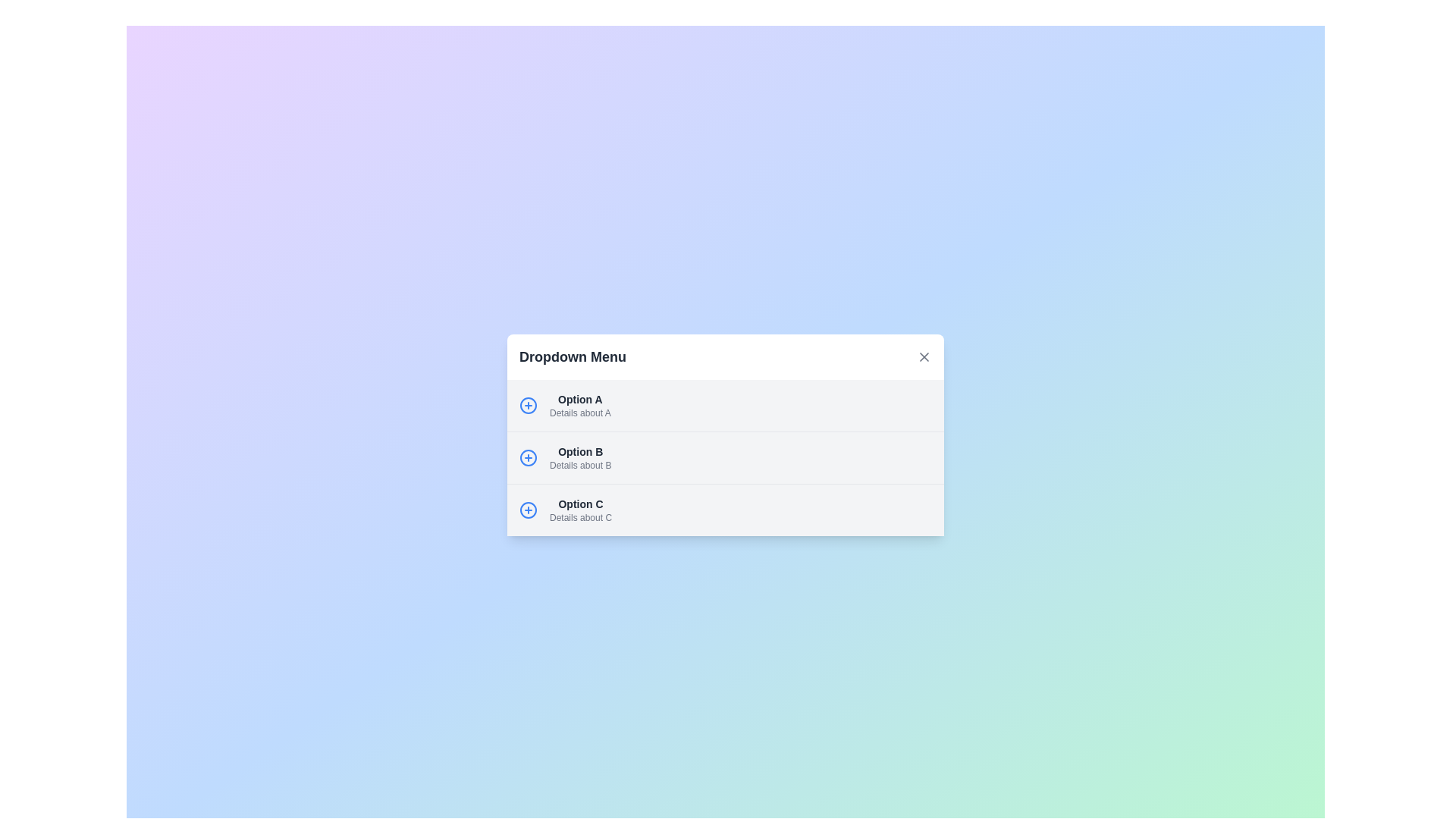 The image size is (1456, 819). What do you see at coordinates (924, 356) in the screenshot?
I see `the close button located at the top-right corner of the dropdown menu` at bounding box center [924, 356].